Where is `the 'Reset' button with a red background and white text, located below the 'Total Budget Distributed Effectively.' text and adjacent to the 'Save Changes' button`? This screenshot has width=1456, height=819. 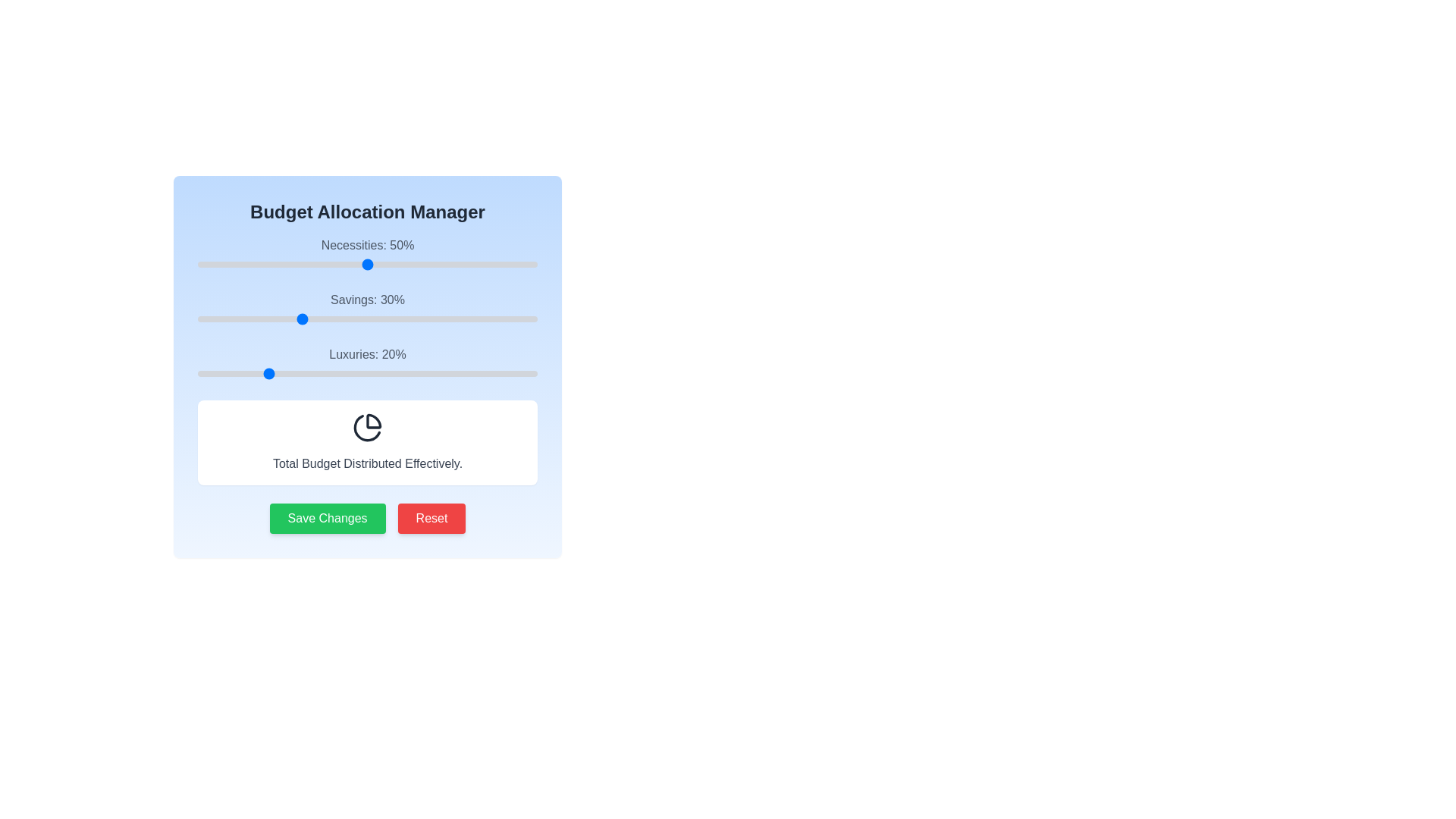 the 'Reset' button with a red background and white text, located below the 'Total Budget Distributed Effectively.' text and adjacent to the 'Save Changes' button is located at coordinates (431, 517).